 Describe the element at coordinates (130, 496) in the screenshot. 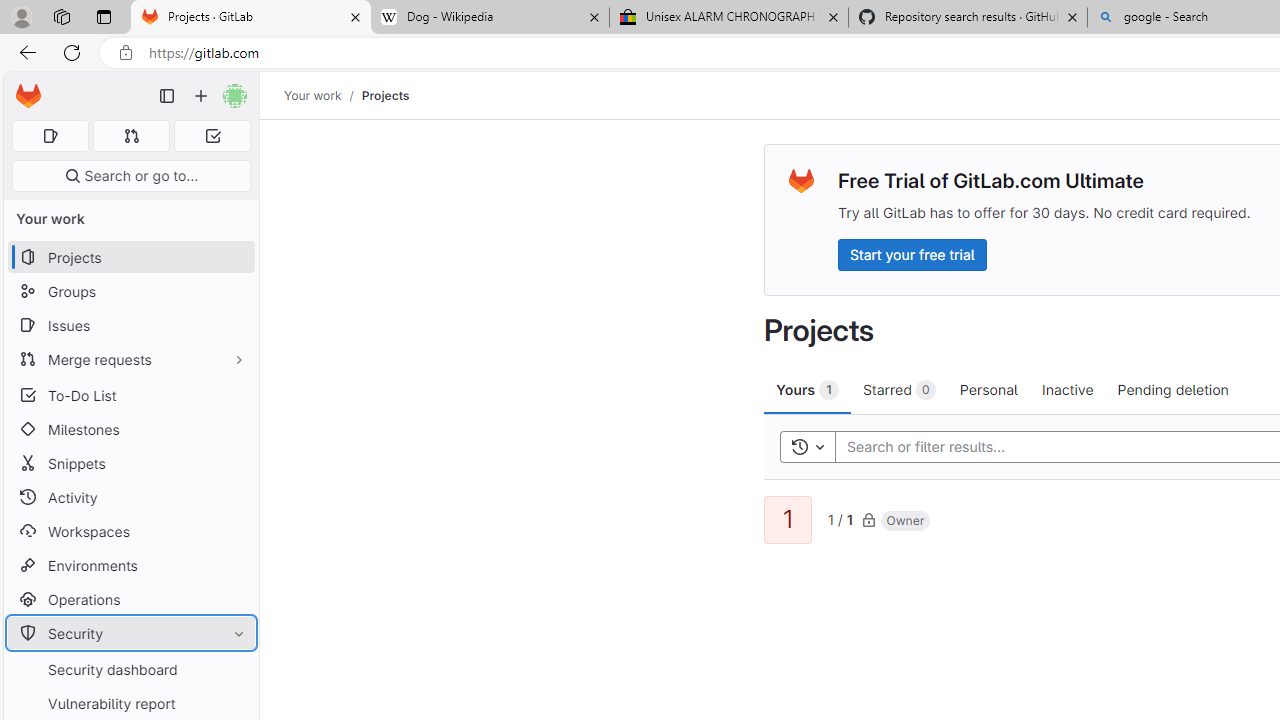

I see `'Activity'` at that location.